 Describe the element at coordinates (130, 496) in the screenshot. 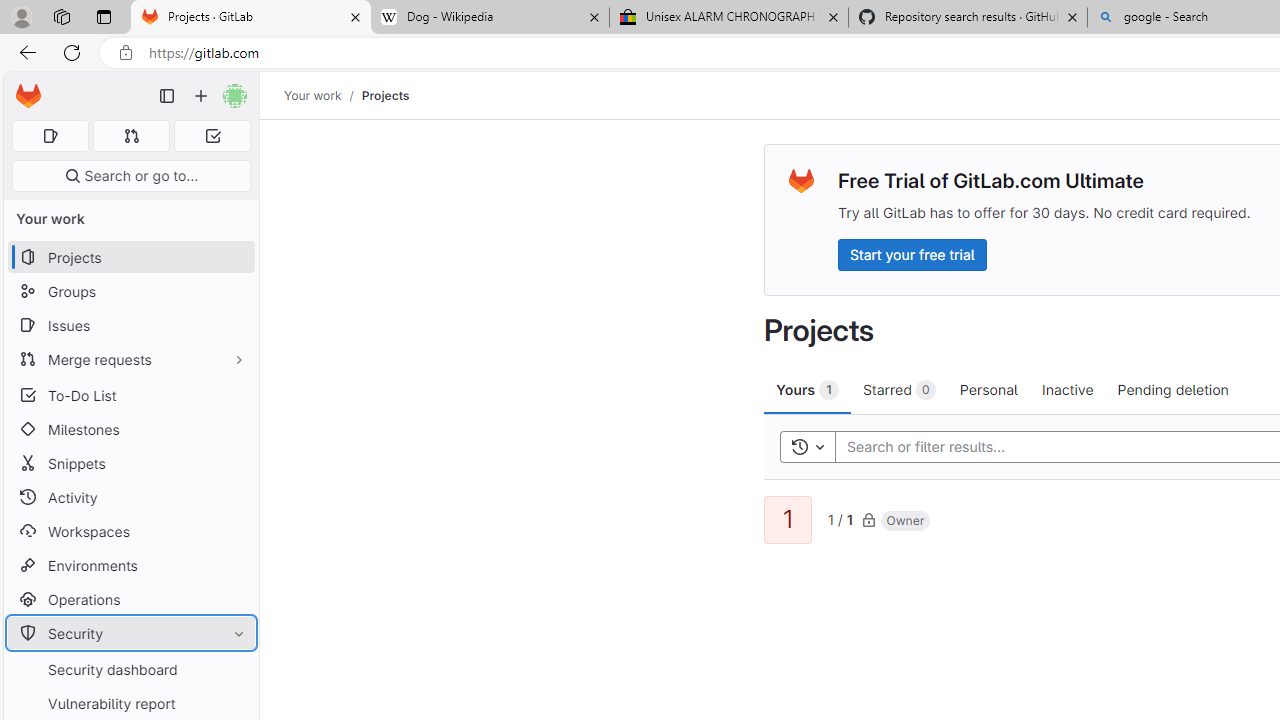

I see `'Activity'` at that location.